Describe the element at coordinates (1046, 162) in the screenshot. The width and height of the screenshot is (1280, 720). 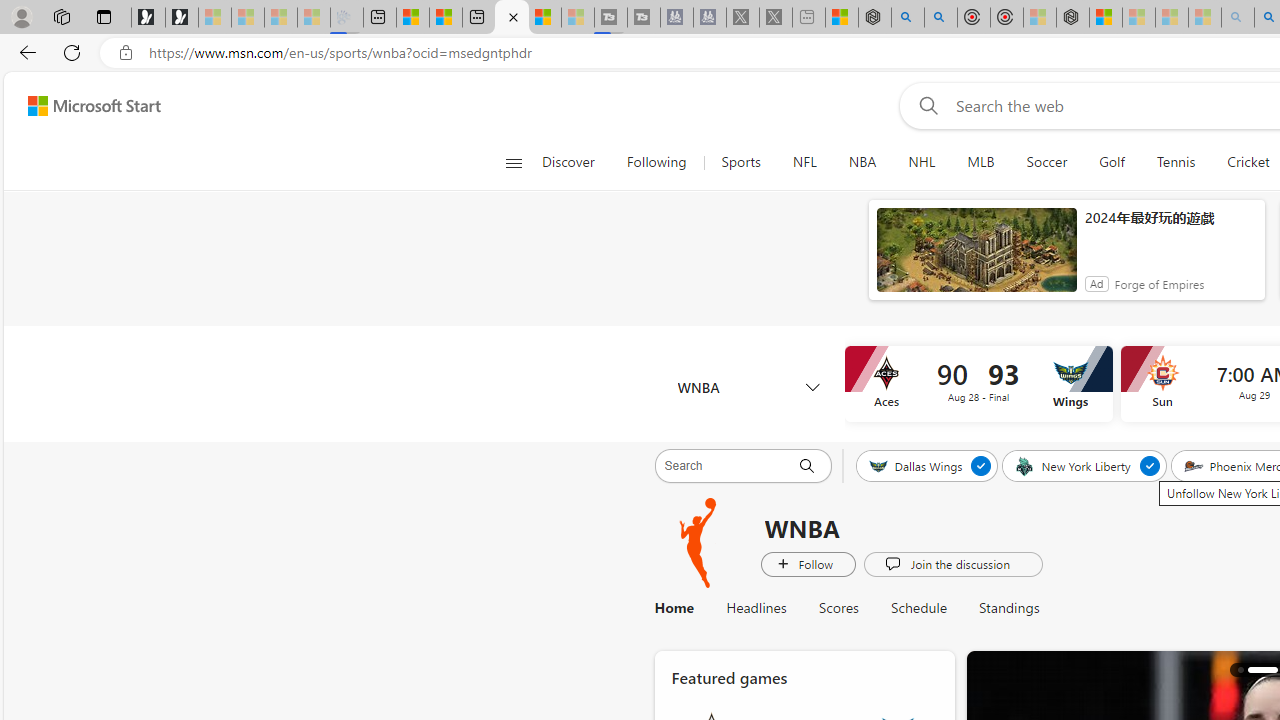
I see `'Soccer'` at that location.